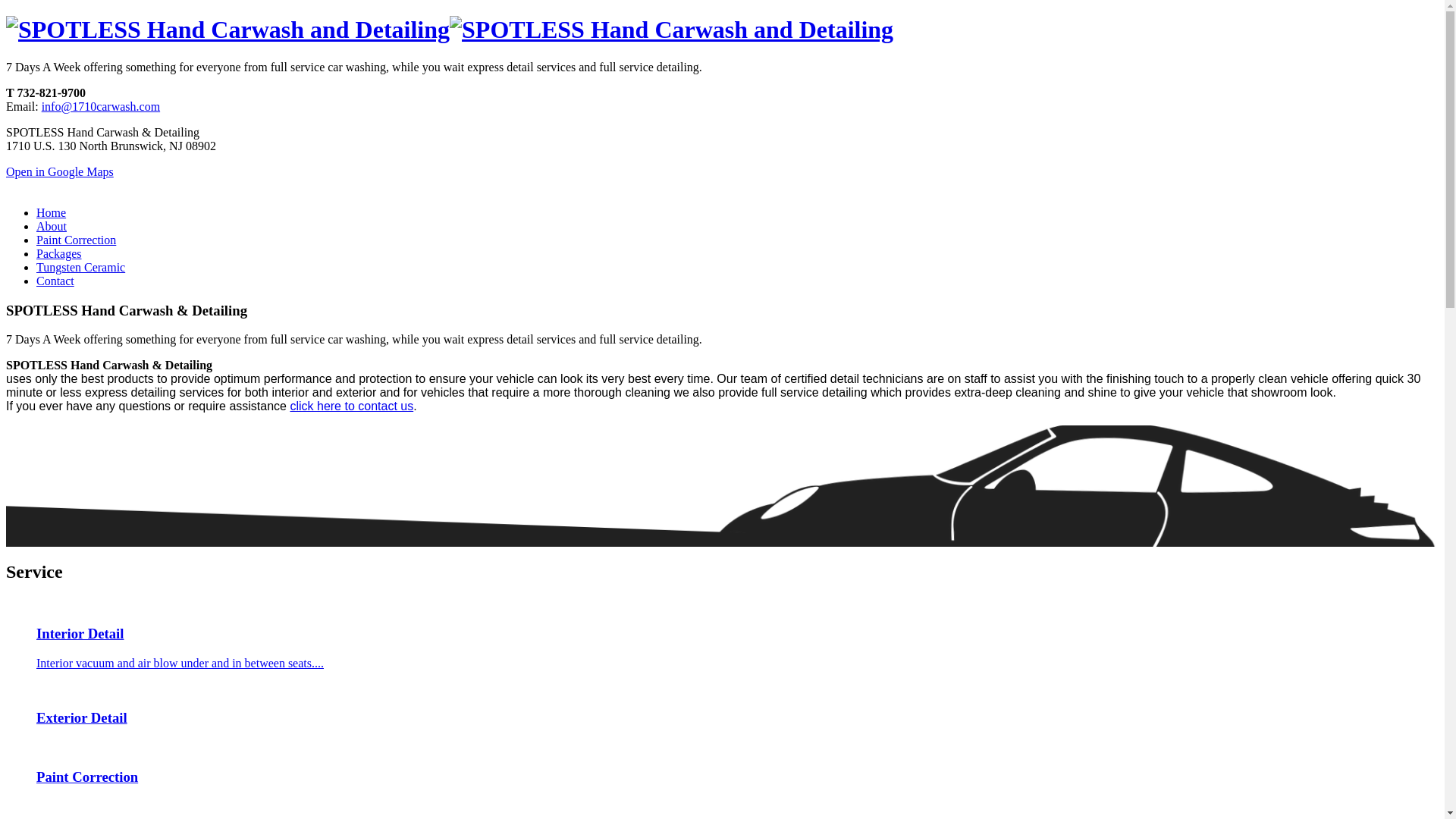 This screenshot has height=819, width=1456. I want to click on 'Packages', so click(36, 253).